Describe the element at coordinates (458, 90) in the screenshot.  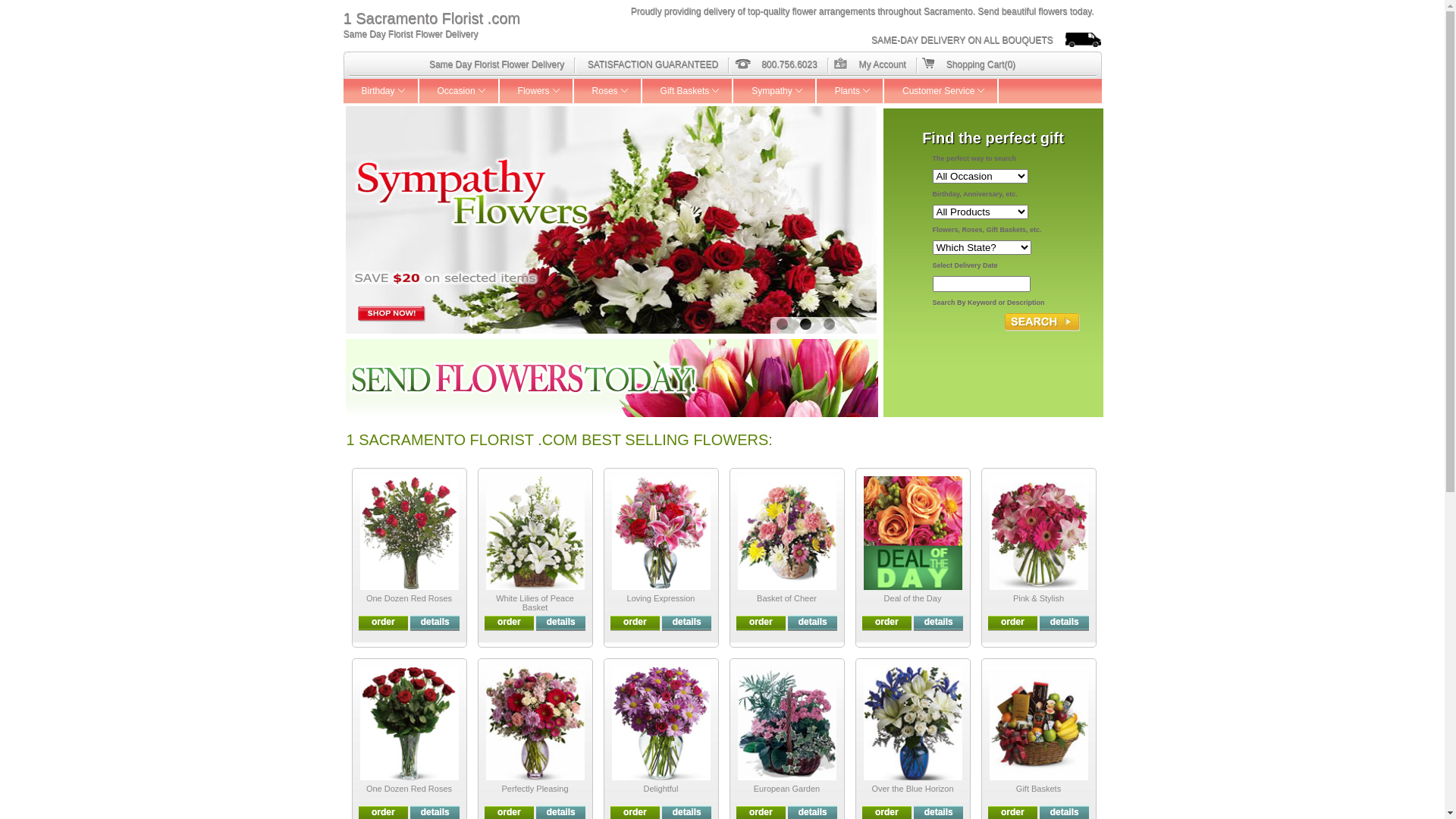
I see `'Occasion'` at that location.